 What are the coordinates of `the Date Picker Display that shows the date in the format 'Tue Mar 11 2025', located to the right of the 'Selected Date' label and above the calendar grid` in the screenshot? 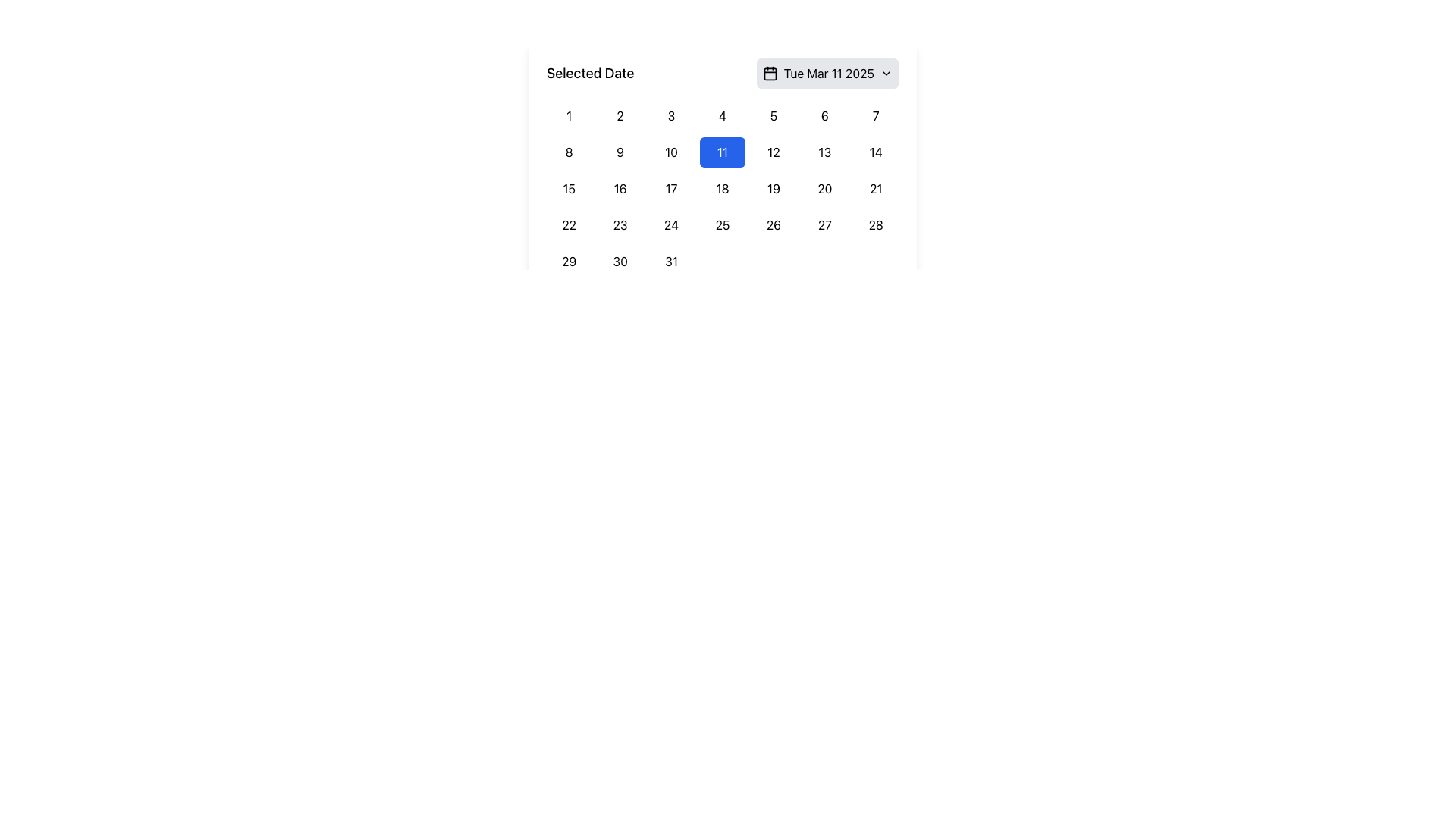 It's located at (827, 73).